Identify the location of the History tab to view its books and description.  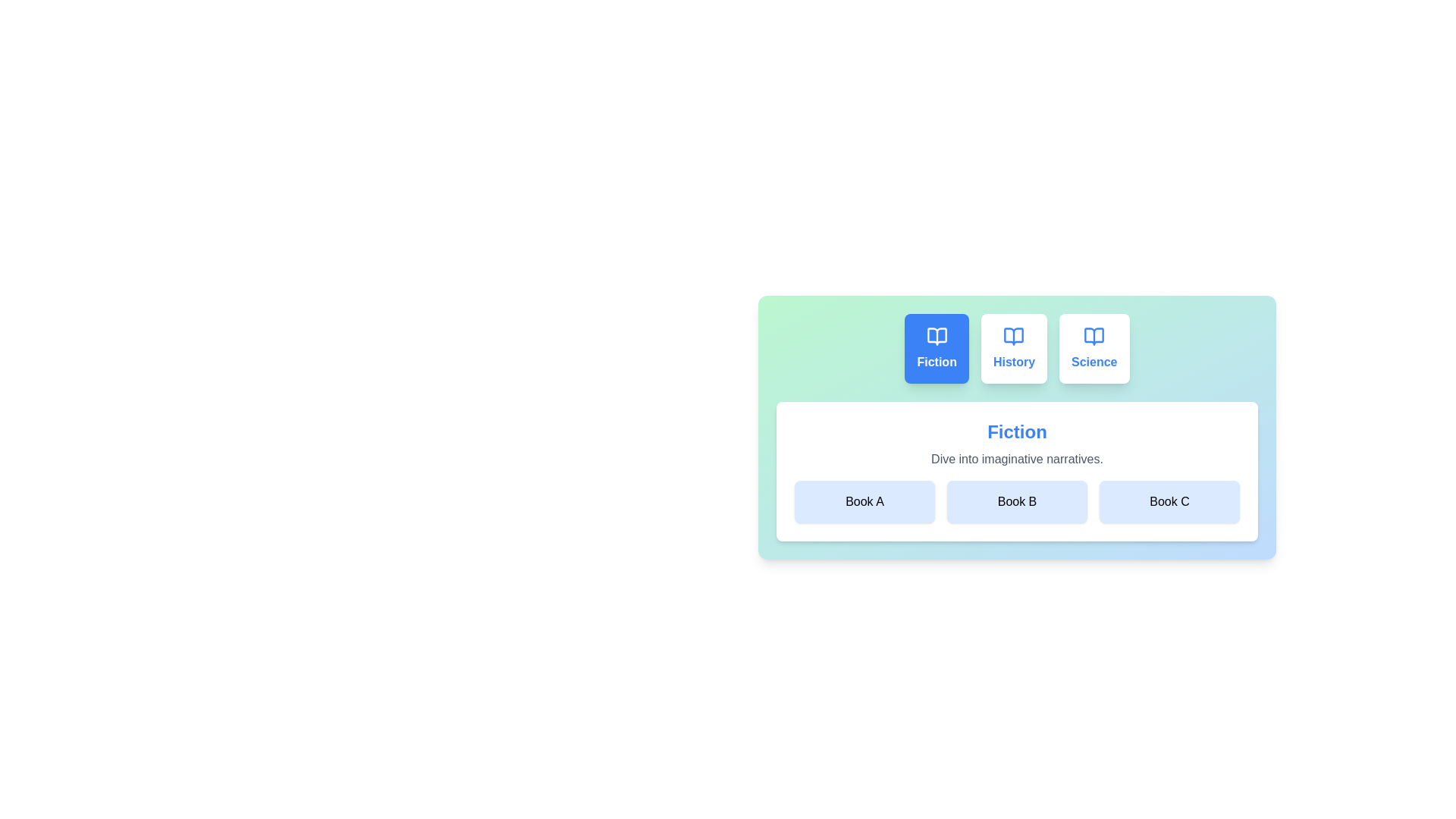
(1014, 348).